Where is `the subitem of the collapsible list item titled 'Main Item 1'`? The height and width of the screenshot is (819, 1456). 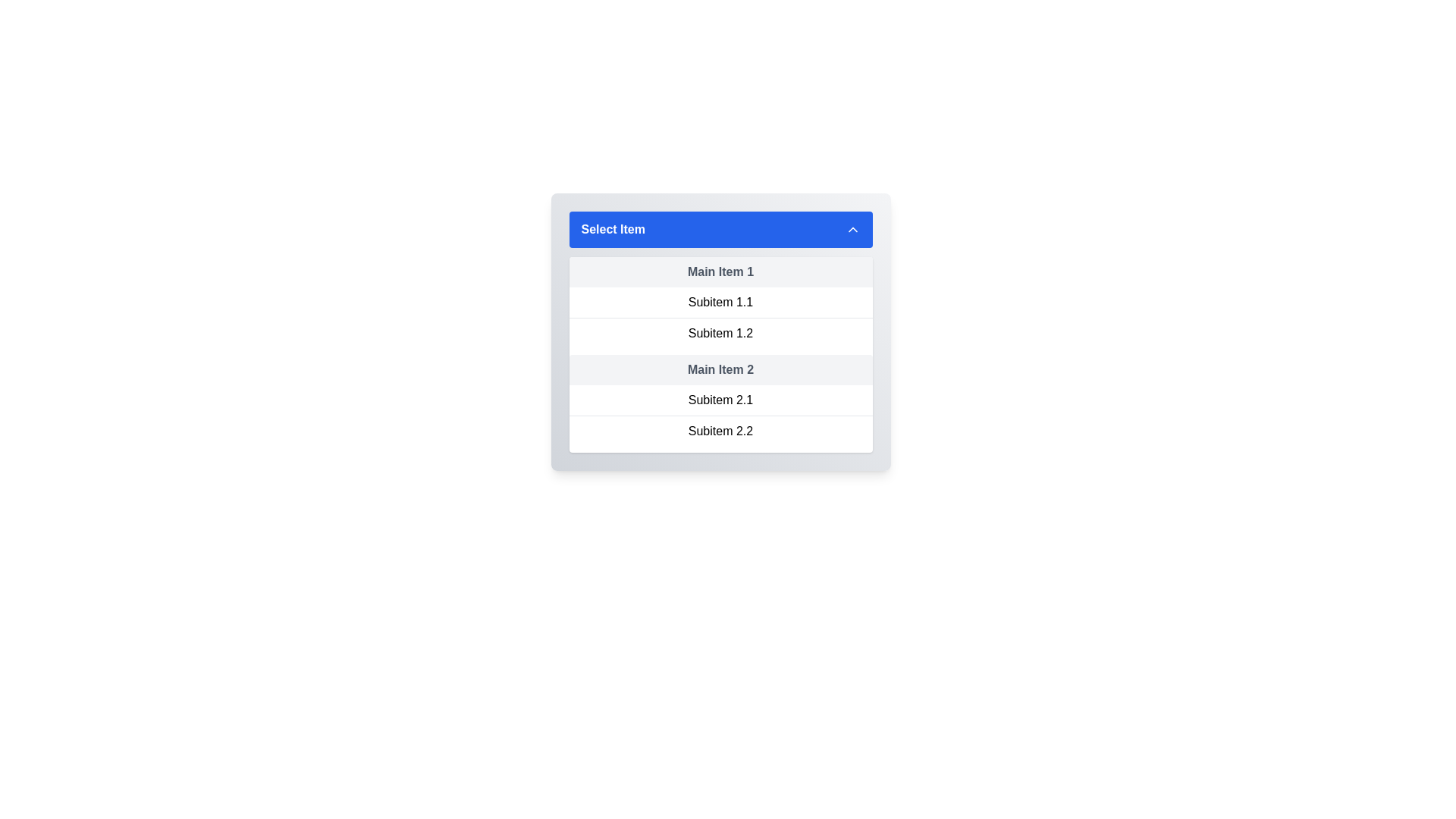 the subitem of the collapsible list item titled 'Main Item 1' is located at coordinates (720, 306).